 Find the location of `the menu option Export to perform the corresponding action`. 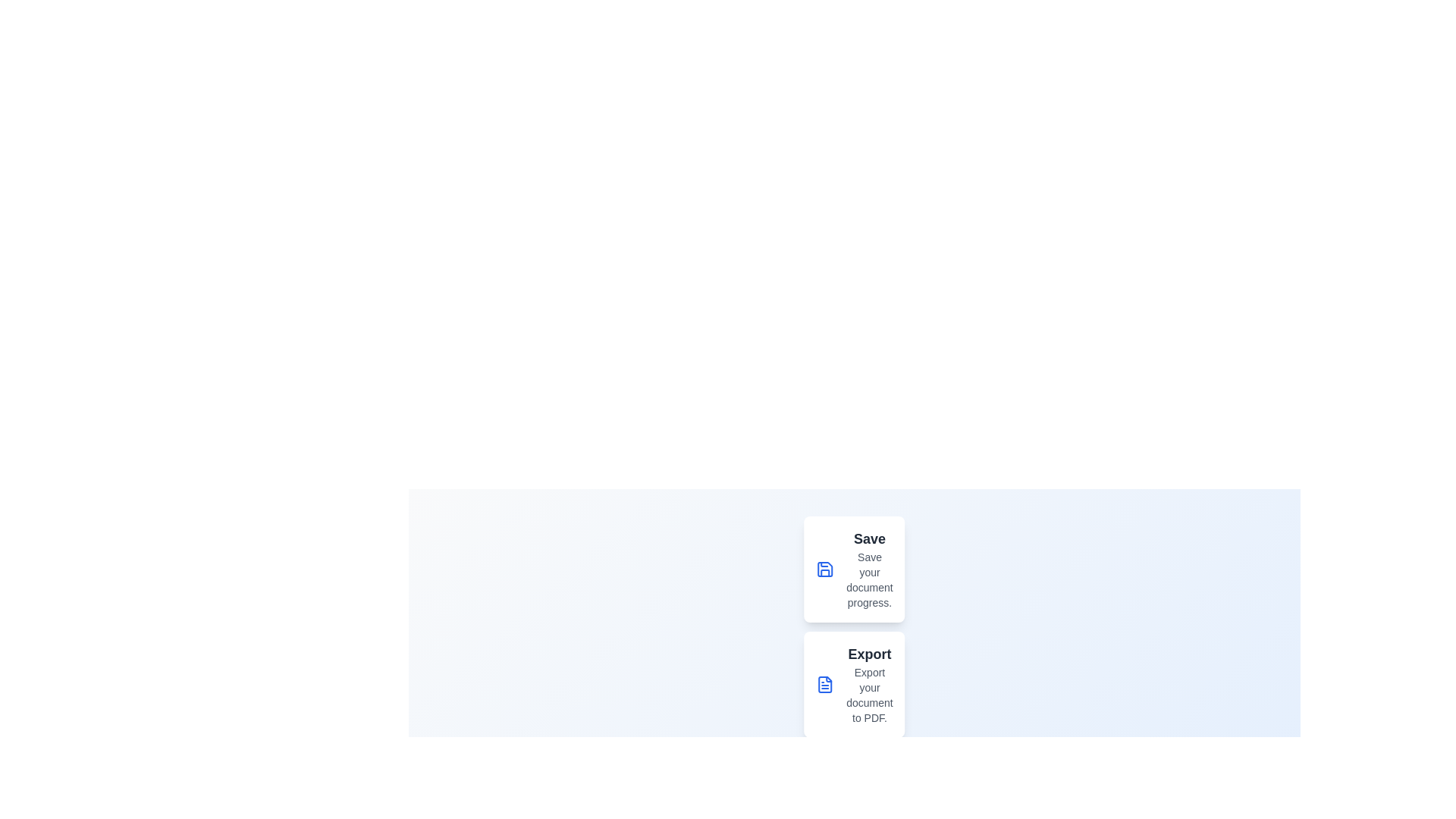

the menu option Export to perform the corresponding action is located at coordinates (824, 684).